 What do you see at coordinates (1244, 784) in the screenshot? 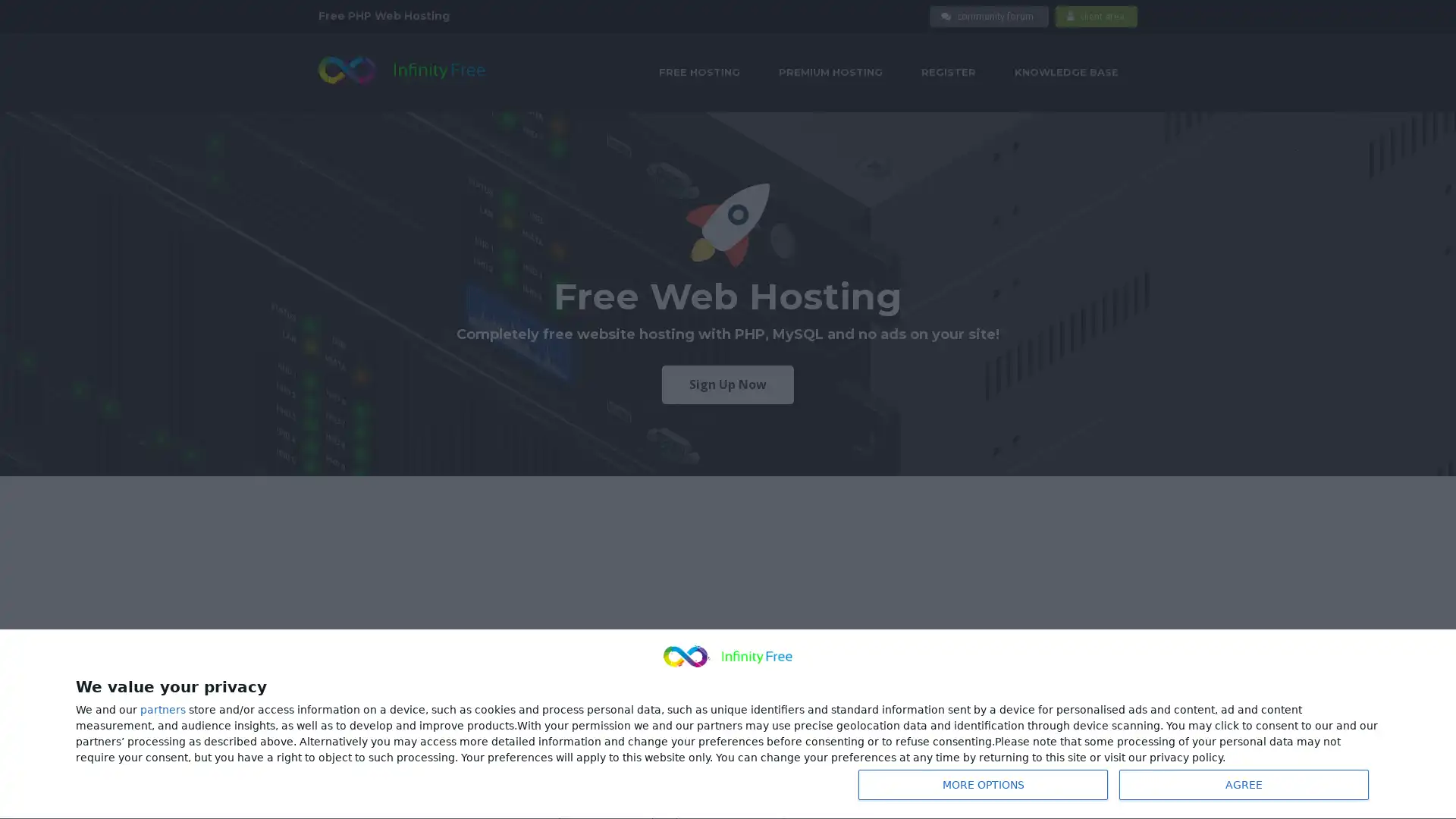
I see `AGREE` at bounding box center [1244, 784].